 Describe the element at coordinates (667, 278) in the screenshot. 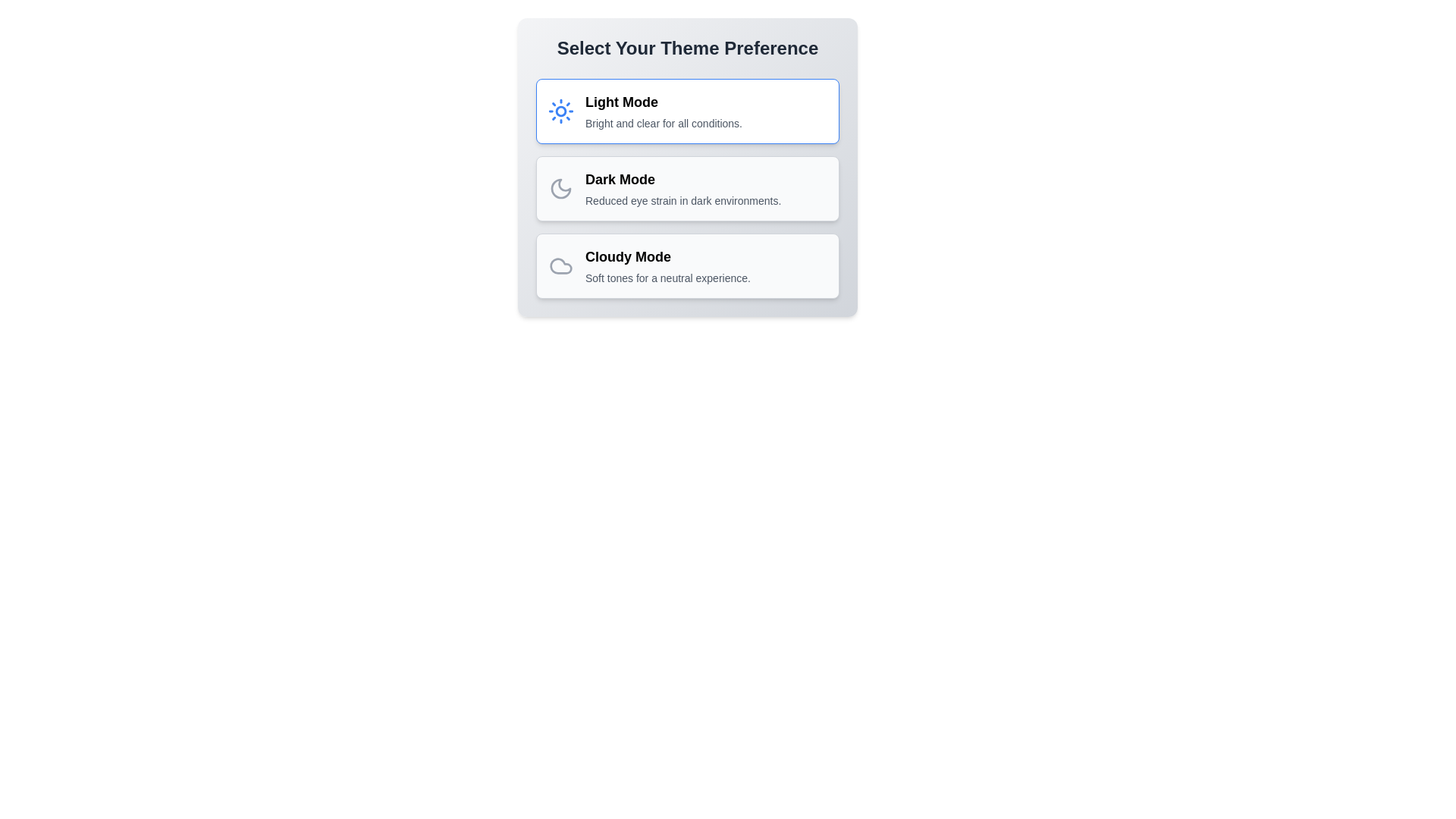

I see `the text label that reads 'Soft tones for a neutral experience.' located below the title 'Cloudy Mode' in the theme preference selector` at that location.